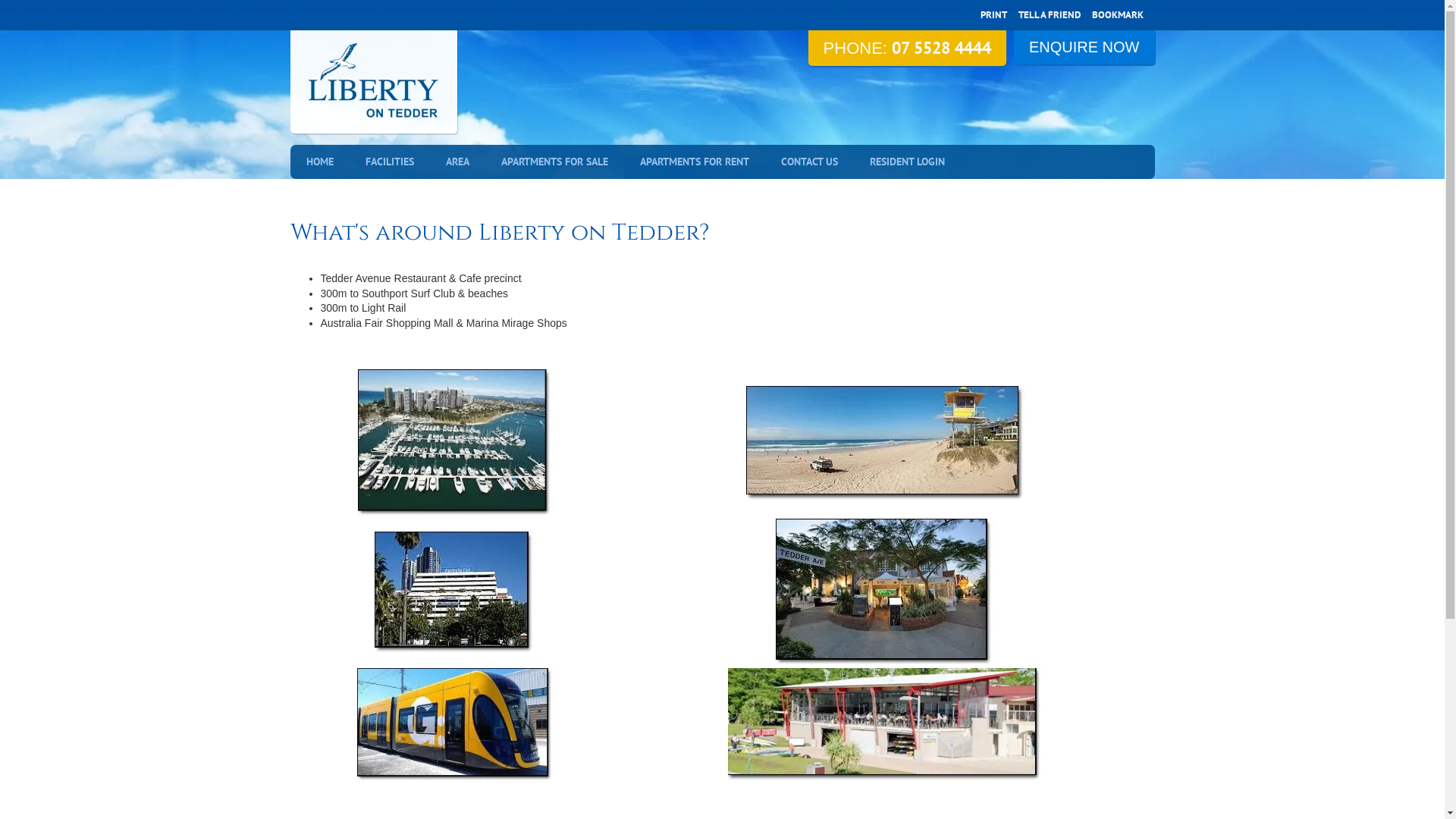 The image size is (1456, 819). What do you see at coordinates (318, 162) in the screenshot?
I see `'HOME'` at bounding box center [318, 162].